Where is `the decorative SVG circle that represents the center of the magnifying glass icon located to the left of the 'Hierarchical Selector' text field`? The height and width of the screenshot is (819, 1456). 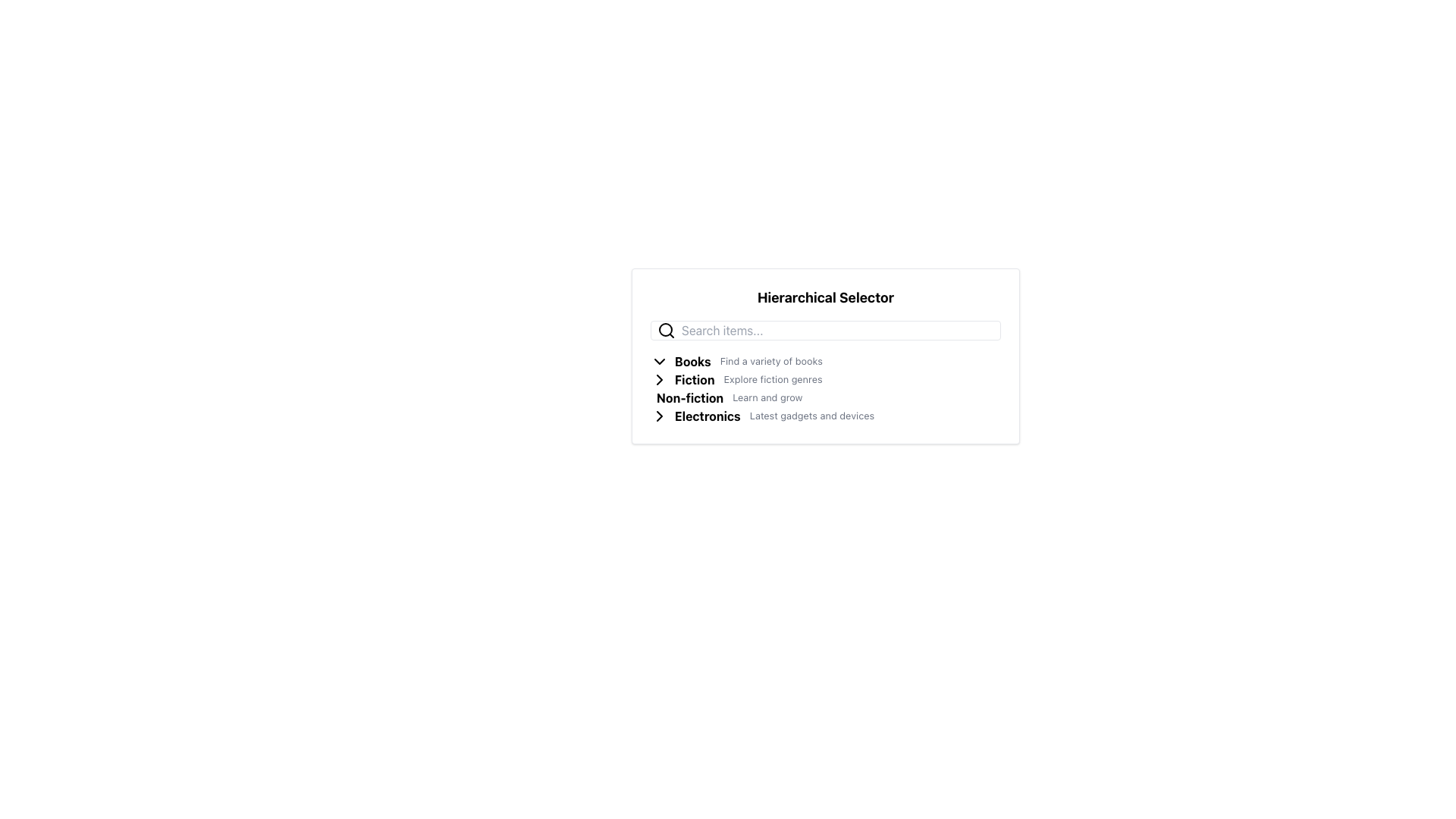
the decorative SVG circle that represents the center of the magnifying glass icon located to the left of the 'Hierarchical Selector' text field is located at coordinates (666, 329).